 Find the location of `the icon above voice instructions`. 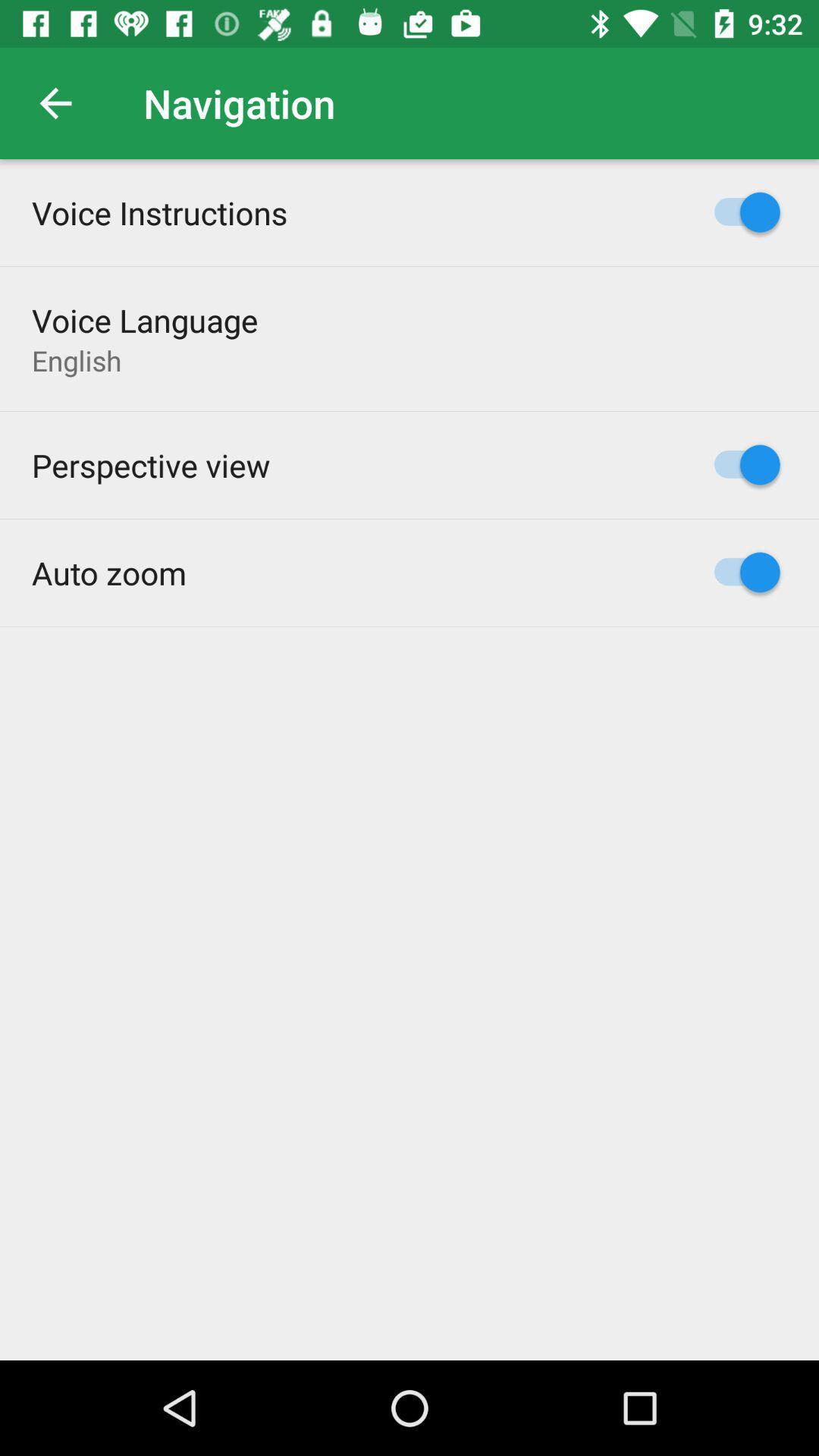

the icon above voice instructions is located at coordinates (55, 102).